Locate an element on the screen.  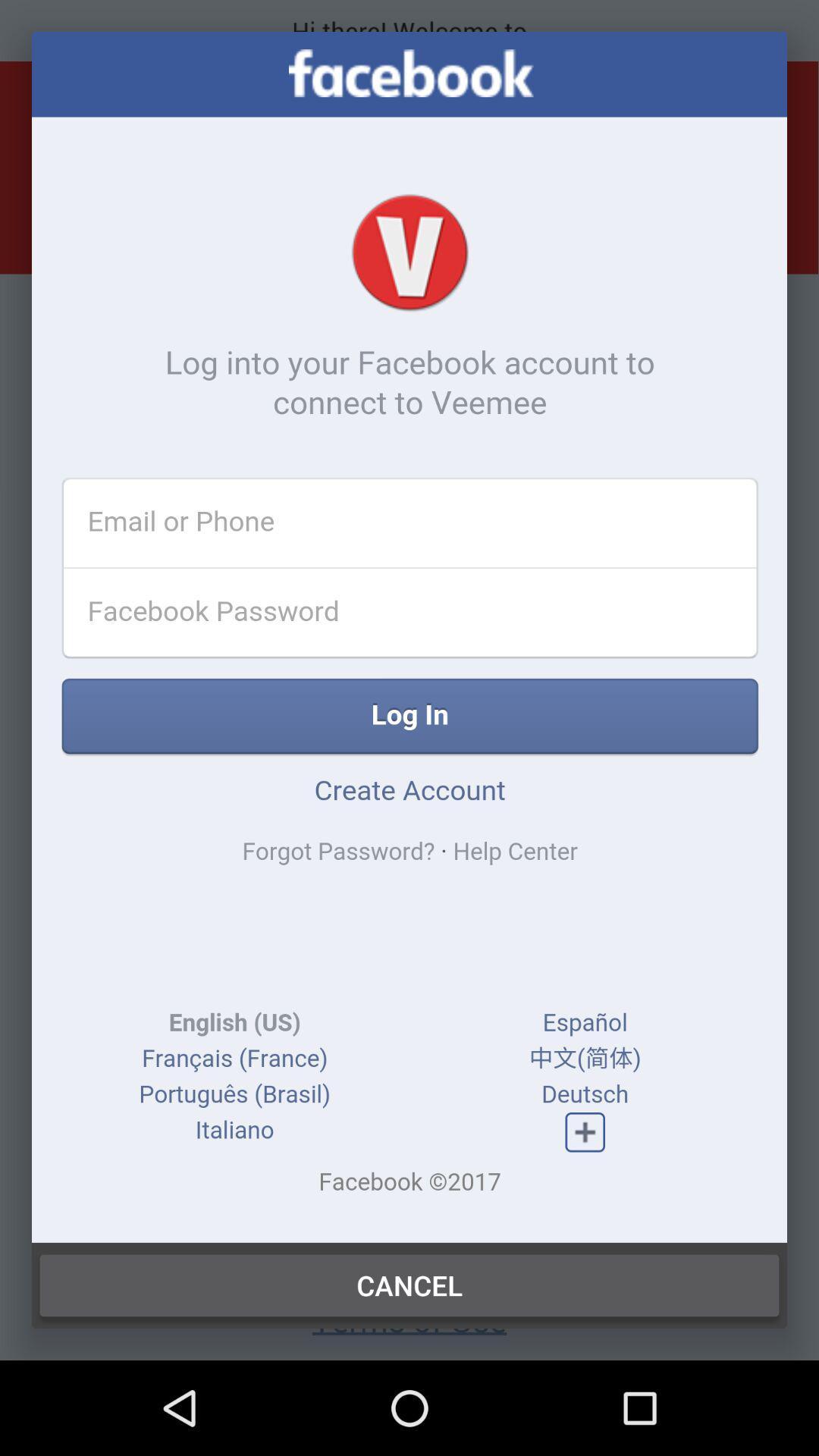
sign in to facebook is located at coordinates (409, 637).